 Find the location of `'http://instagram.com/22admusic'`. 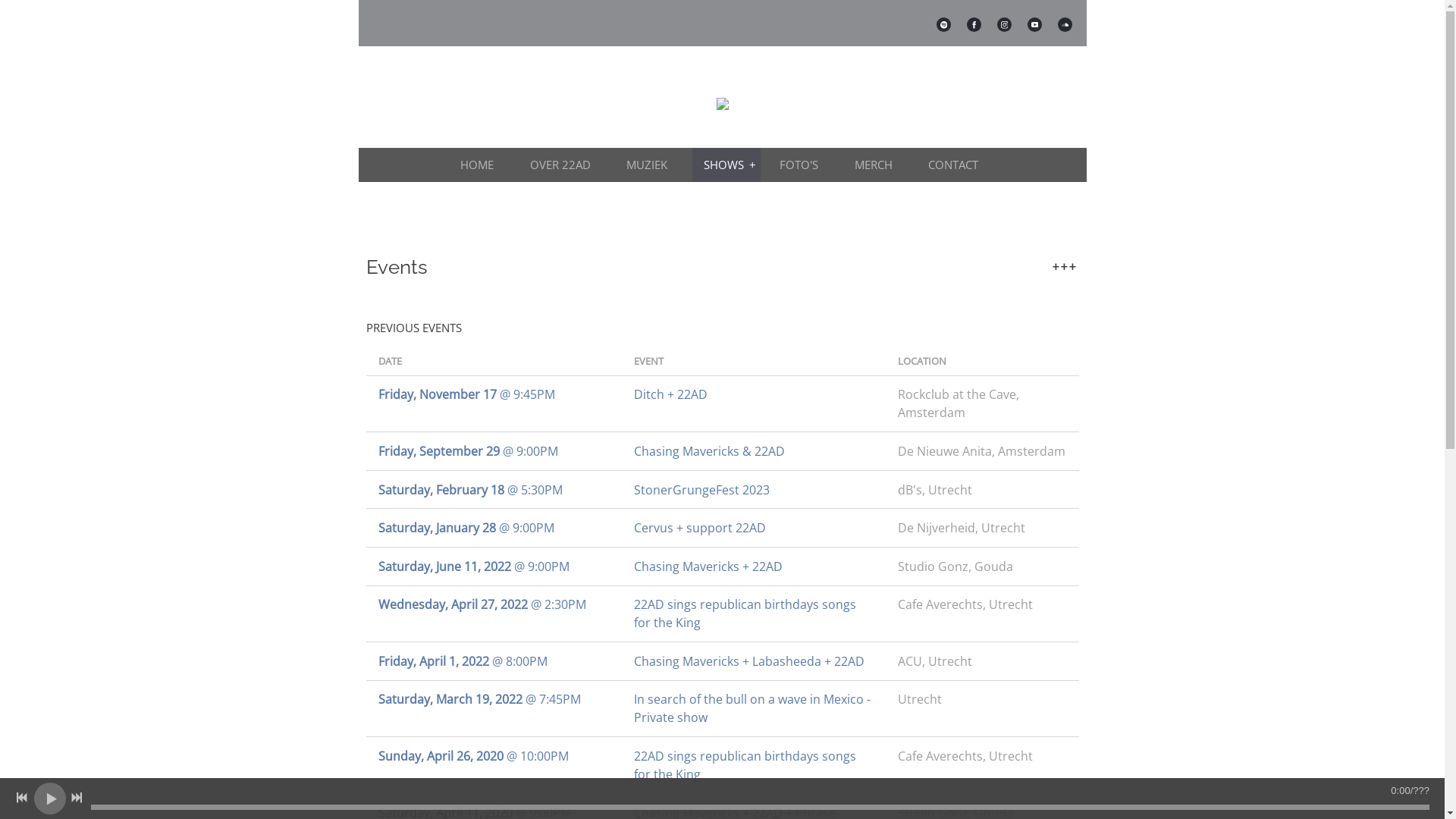

'http://instagram.com/22admusic' is located at coordinates (1004, 24).